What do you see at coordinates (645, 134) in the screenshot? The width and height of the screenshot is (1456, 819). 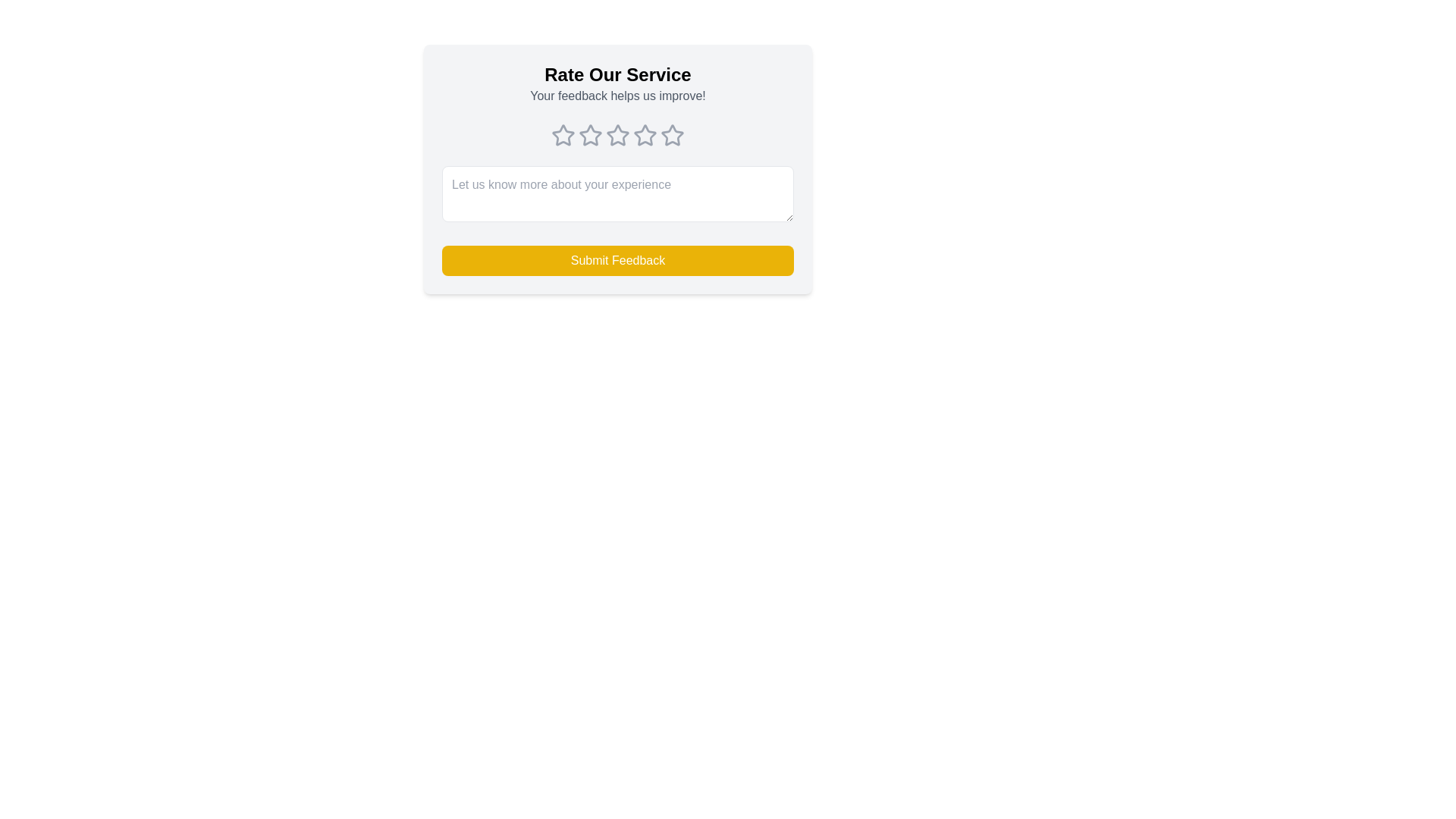 I see `the second rating star icon` at bounding box center [645, 134].